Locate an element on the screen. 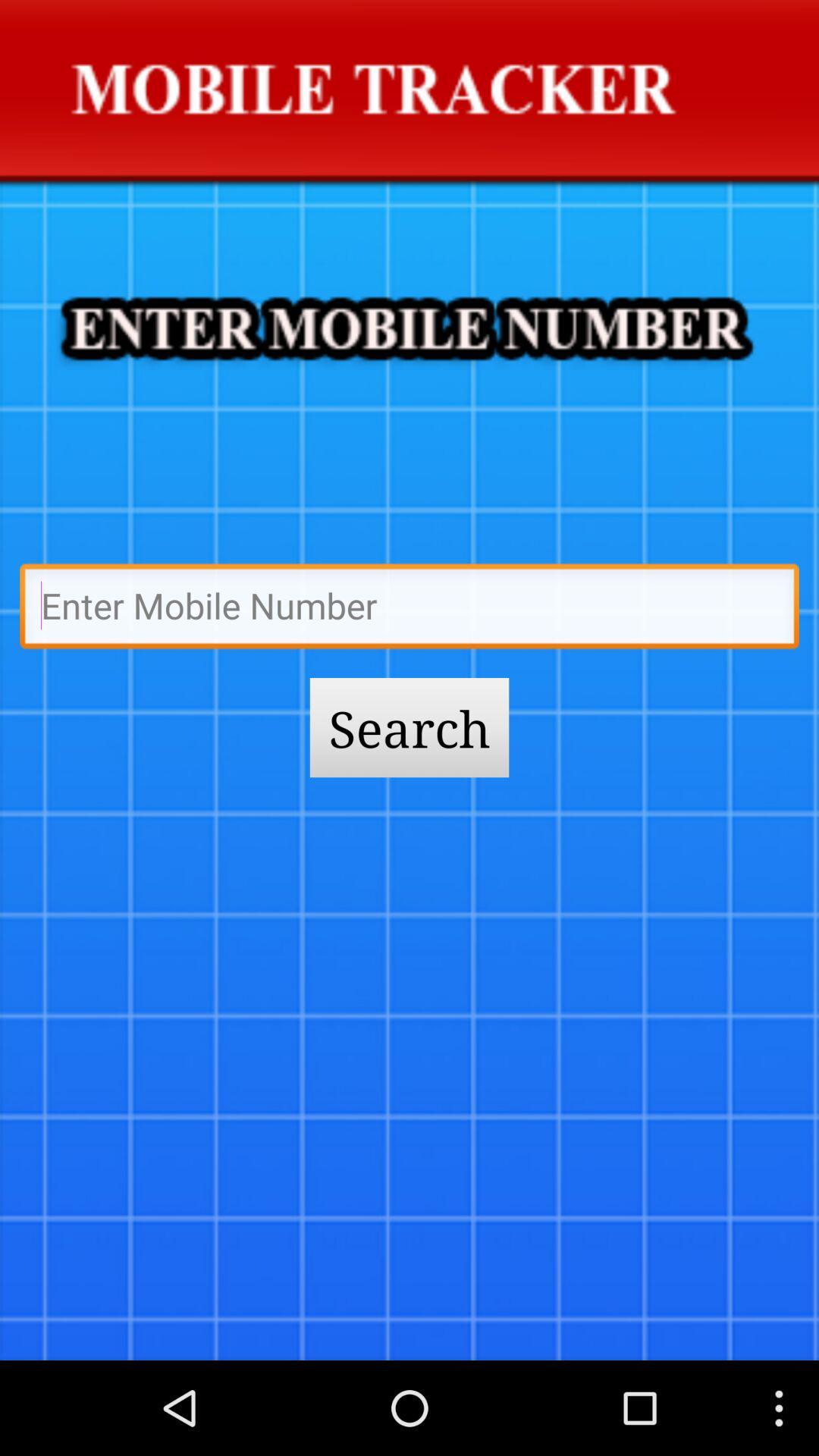 This screenshot has width=819, height=1456. type bthe name is located at coordinates (409, 610).